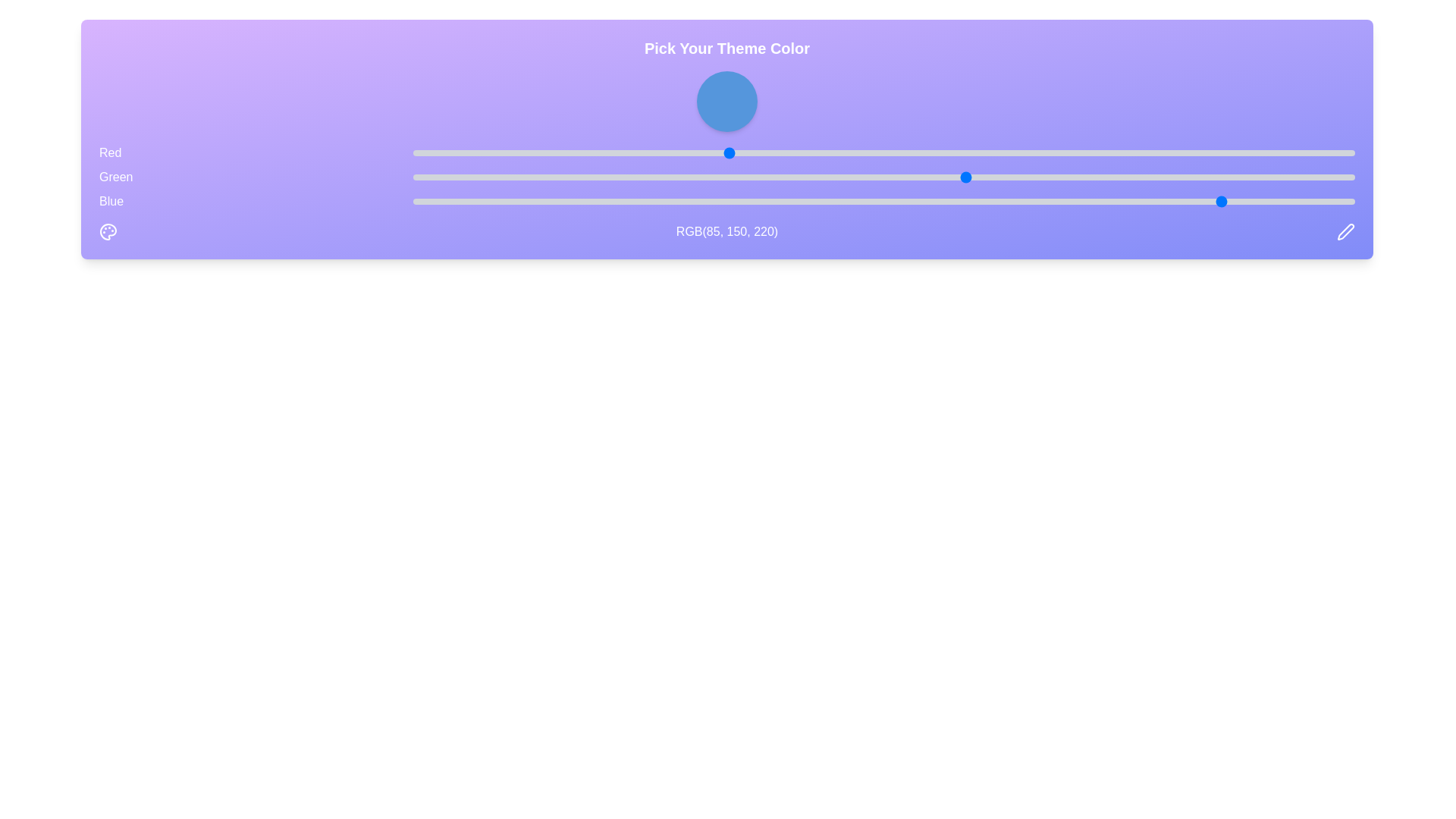 This screenshot has width=1456, height=819. Describe the element at coordinates (726, 177) in the screenshot. I see `the horizontal slider labeled 'Green'` at that location.